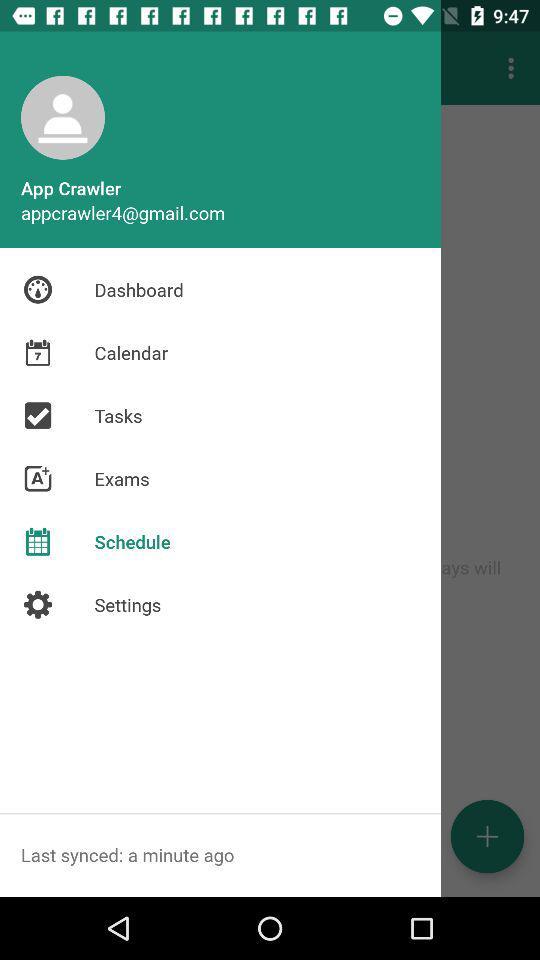  What do you see at coordinates (38, 414) in the screenshot?
I see `the icon beside the tasks` at bounding box center [38, 414].